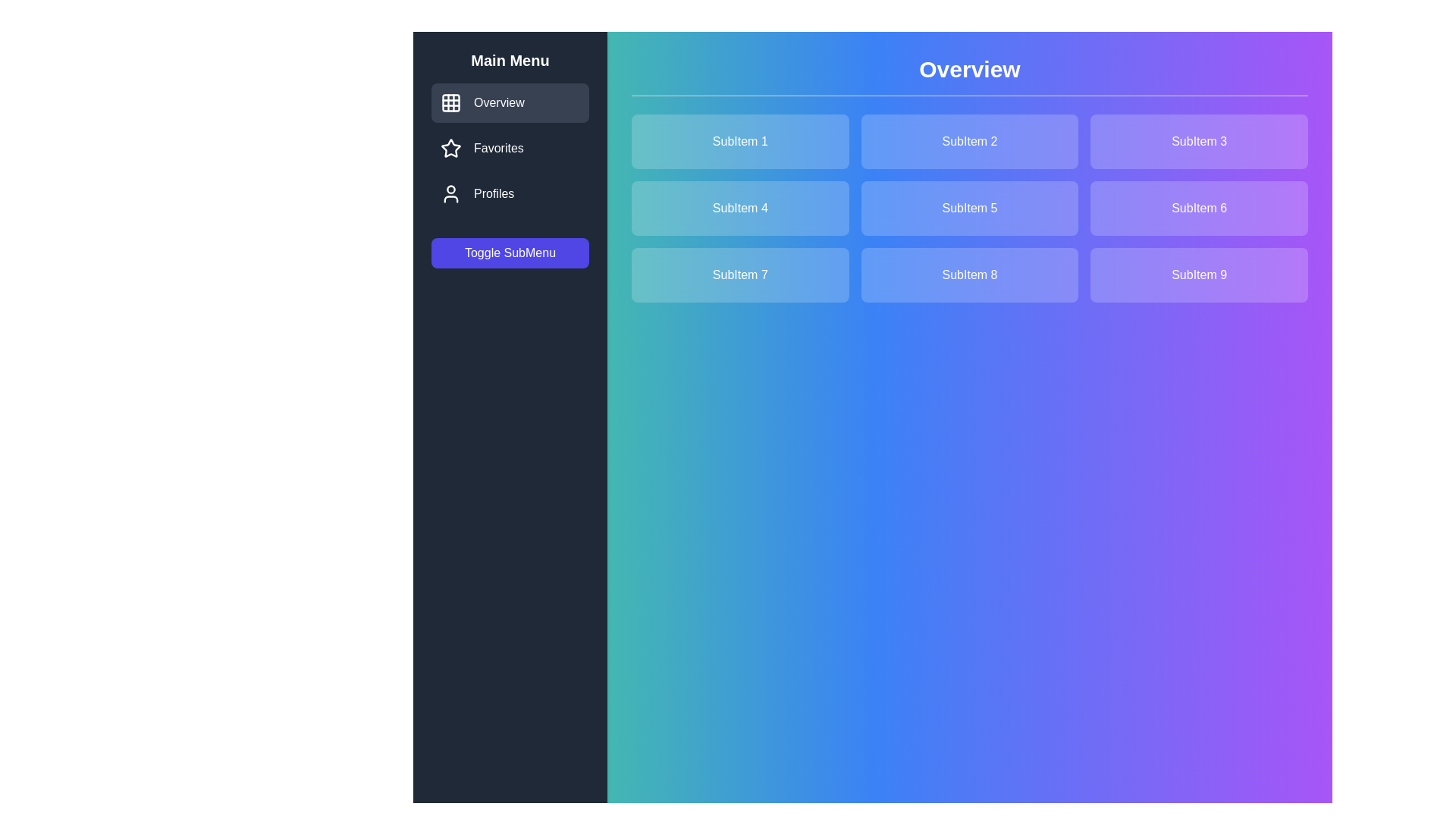 Image resolution: width=1456 pixels, height=819 pixels. What do you see at coordinates (968, 76) in the screenshot?
I see `the 'Overview' title to focus or select the text` at bounding box center [968, 76].